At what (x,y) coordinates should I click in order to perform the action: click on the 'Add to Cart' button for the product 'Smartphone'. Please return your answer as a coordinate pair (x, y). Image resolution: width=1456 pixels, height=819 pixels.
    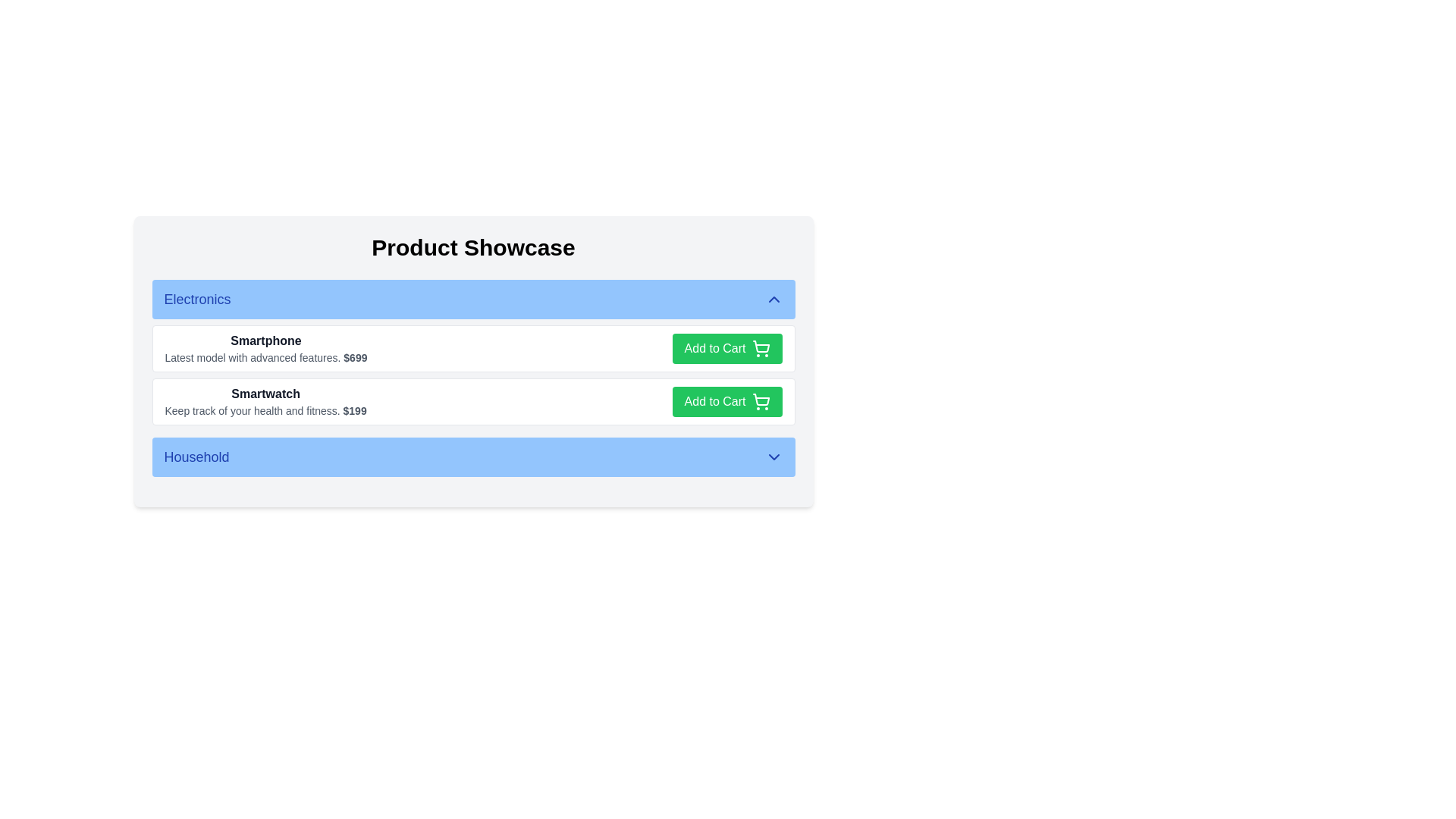
    Looking at the image, I should click on (726, 348).